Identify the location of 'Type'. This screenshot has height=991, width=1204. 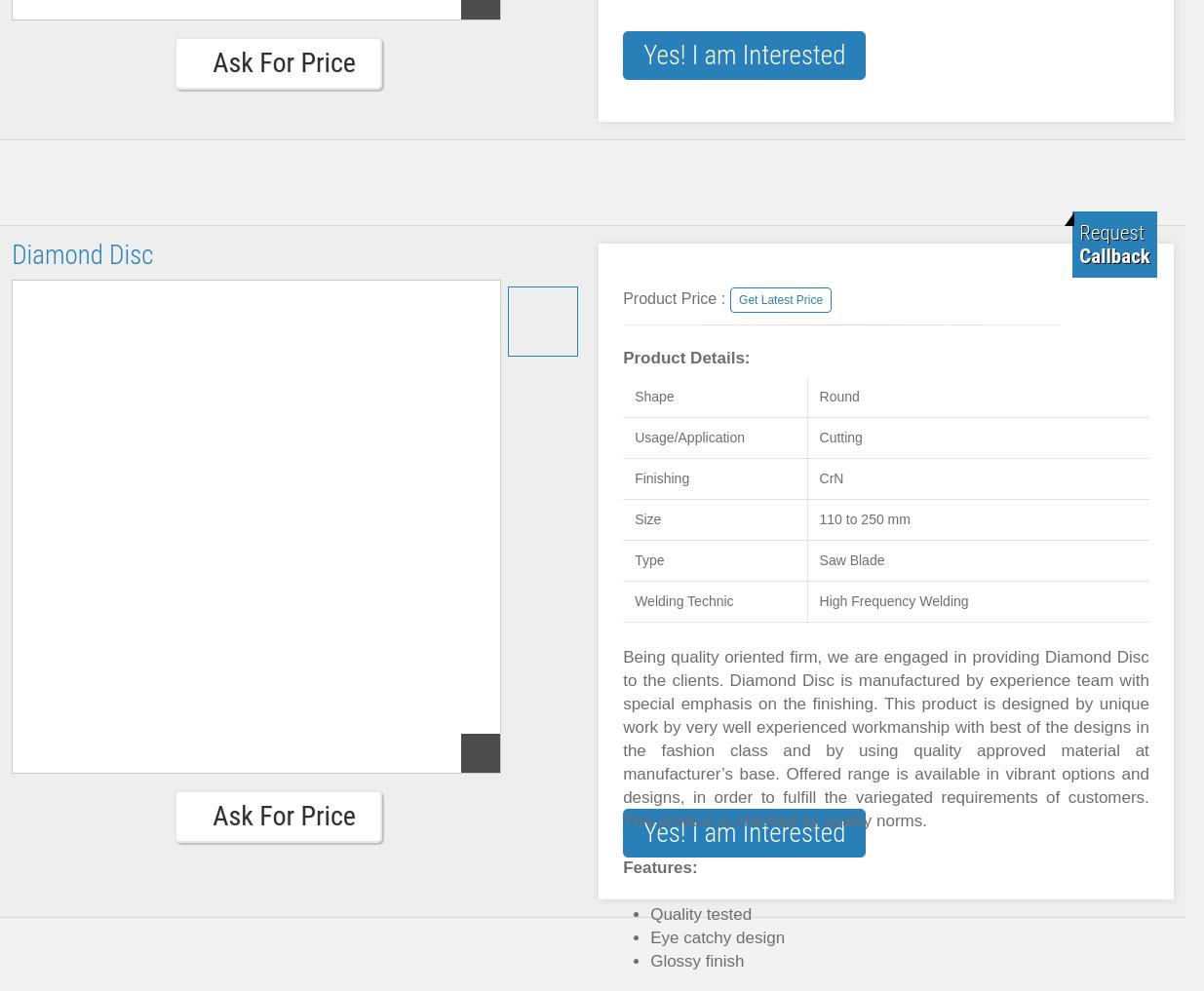
(649, 559).